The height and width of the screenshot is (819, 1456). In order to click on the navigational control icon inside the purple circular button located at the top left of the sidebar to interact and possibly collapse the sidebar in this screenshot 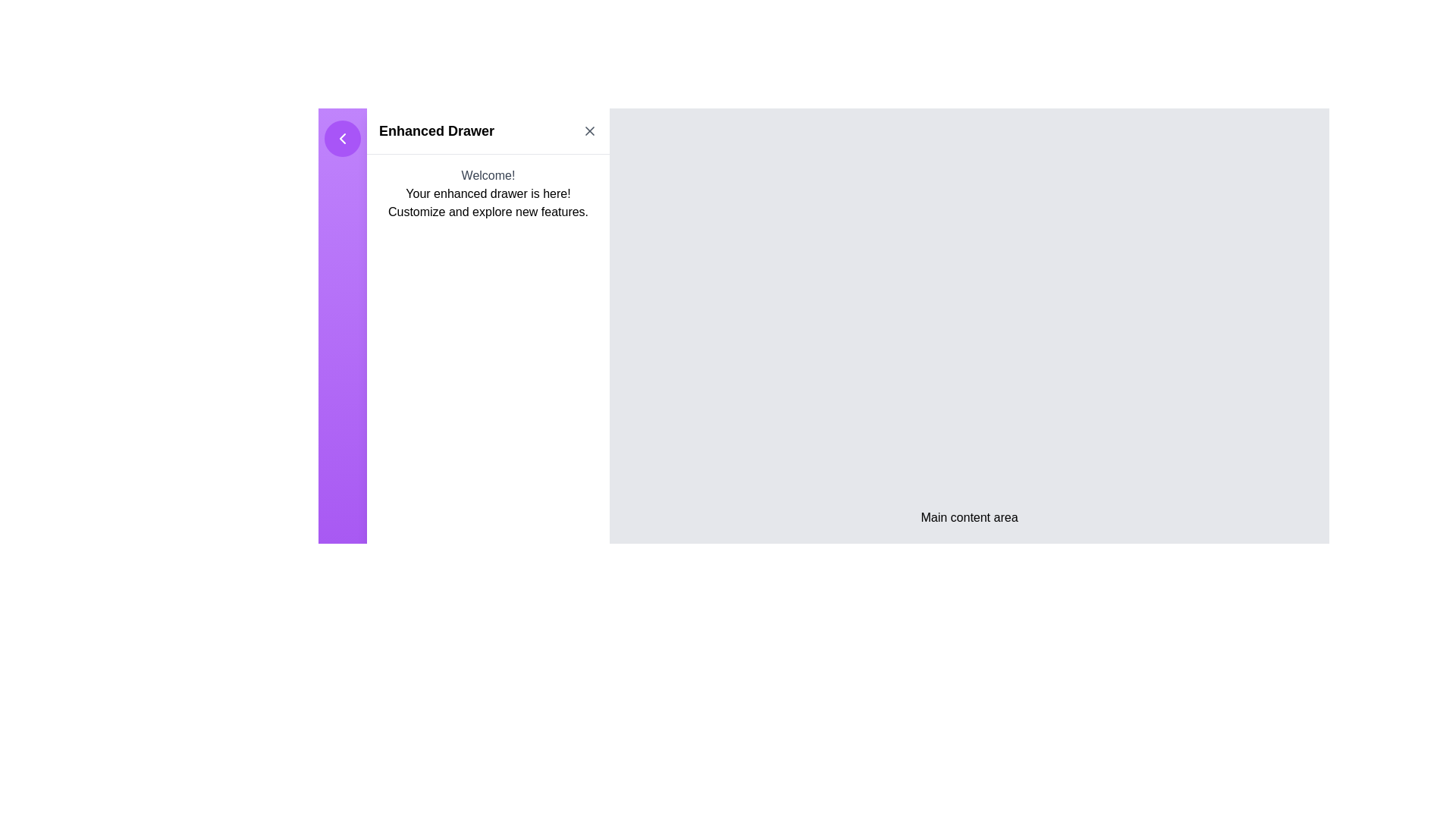, I will do `click(341, 138)`.